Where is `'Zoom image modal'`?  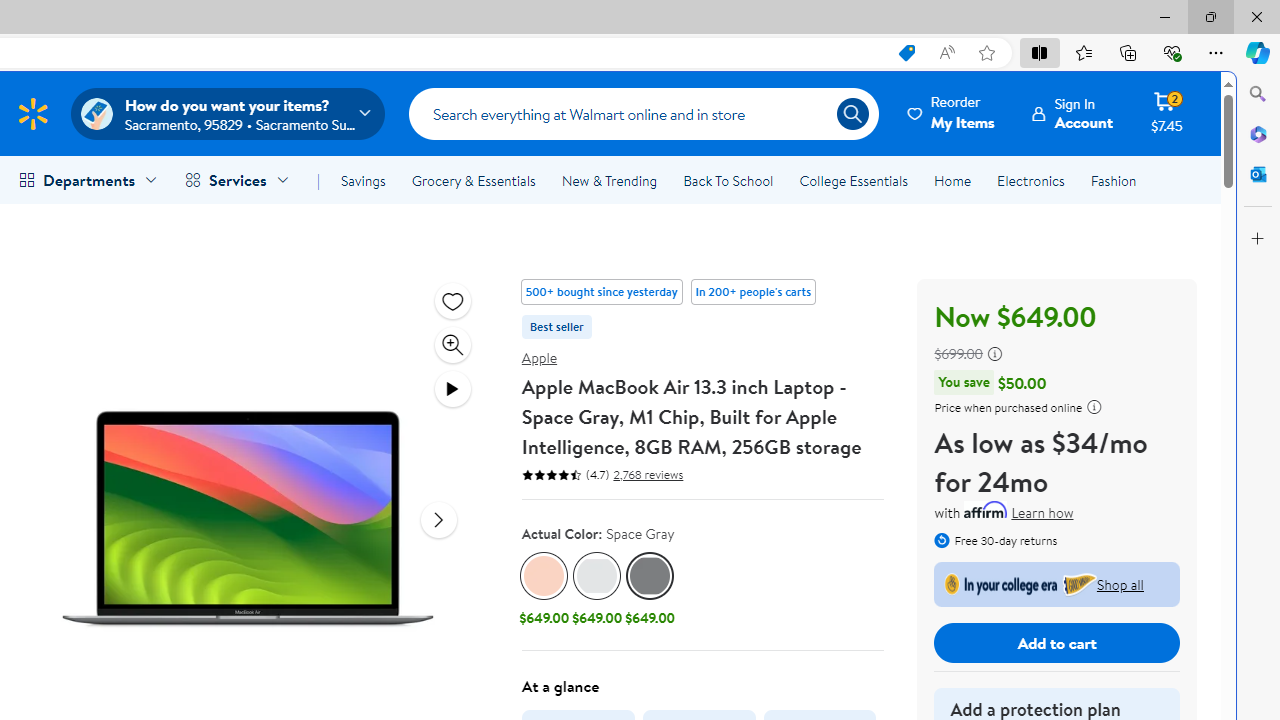 'Zoom image modal' is located at coordinates (451, 343).